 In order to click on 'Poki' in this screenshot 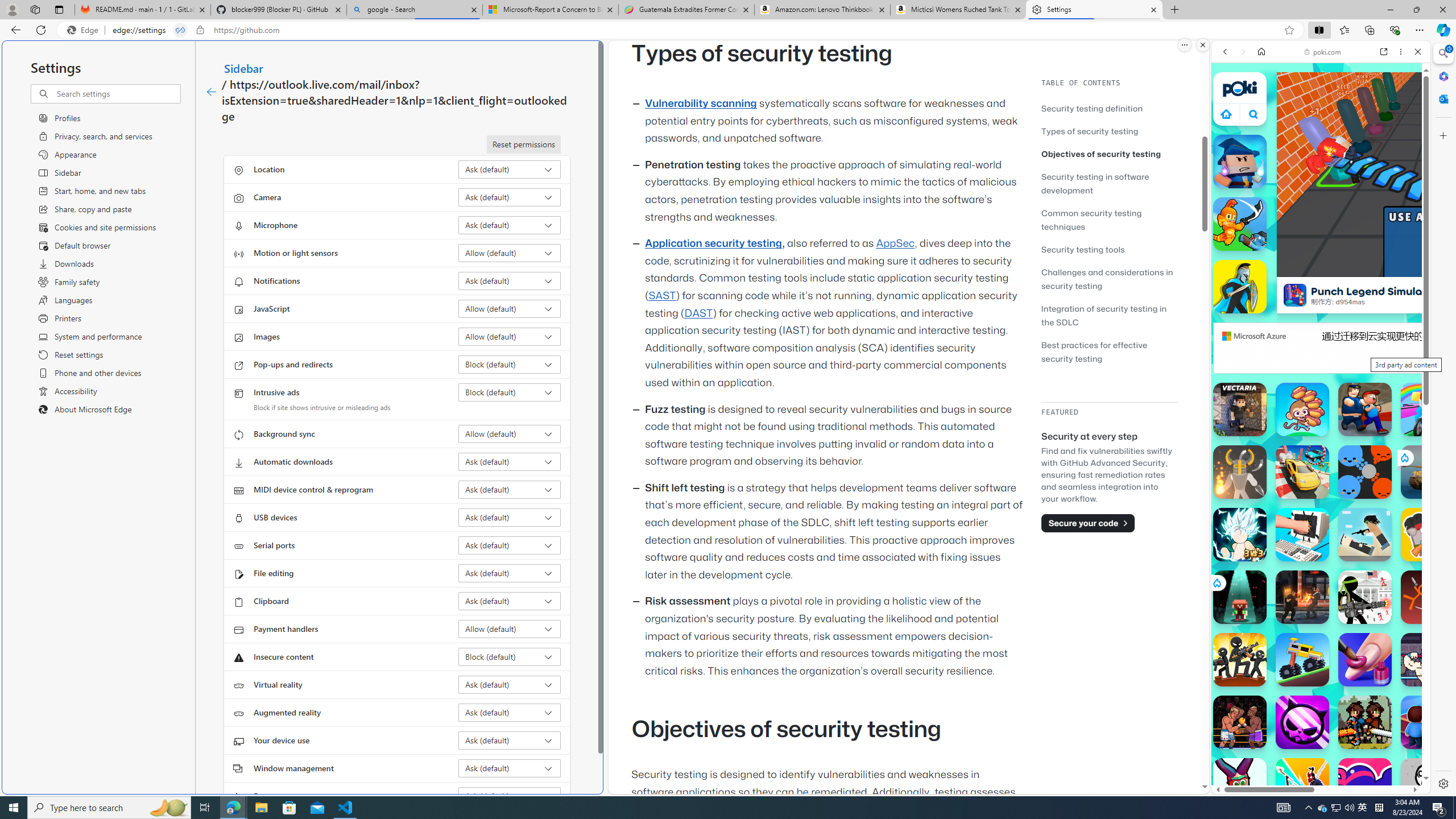, I will do `click(1316, 754)`.